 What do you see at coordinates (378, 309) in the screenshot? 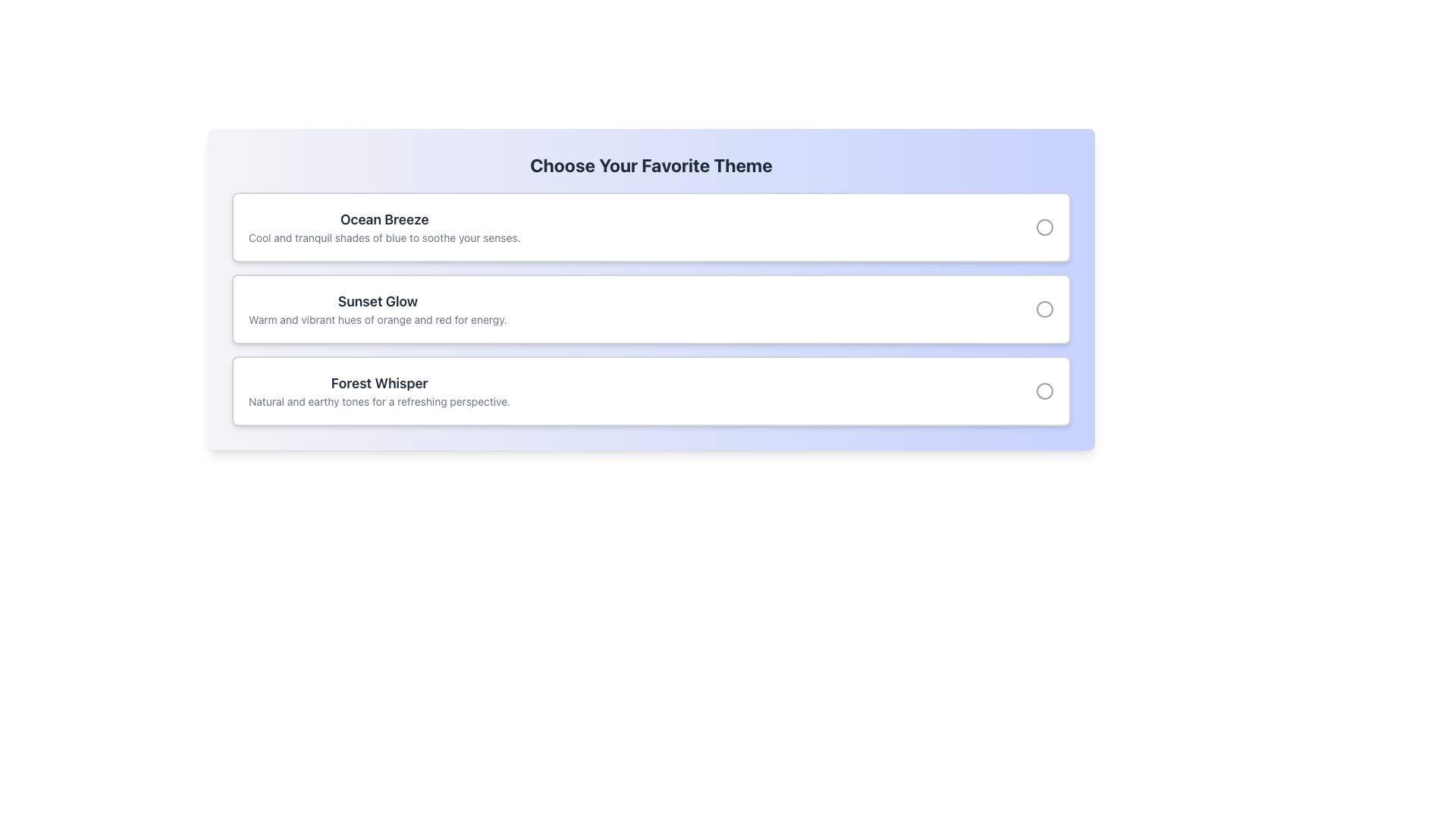
I see `the text content of the second theme option text block` at bounding box center [378, 309].